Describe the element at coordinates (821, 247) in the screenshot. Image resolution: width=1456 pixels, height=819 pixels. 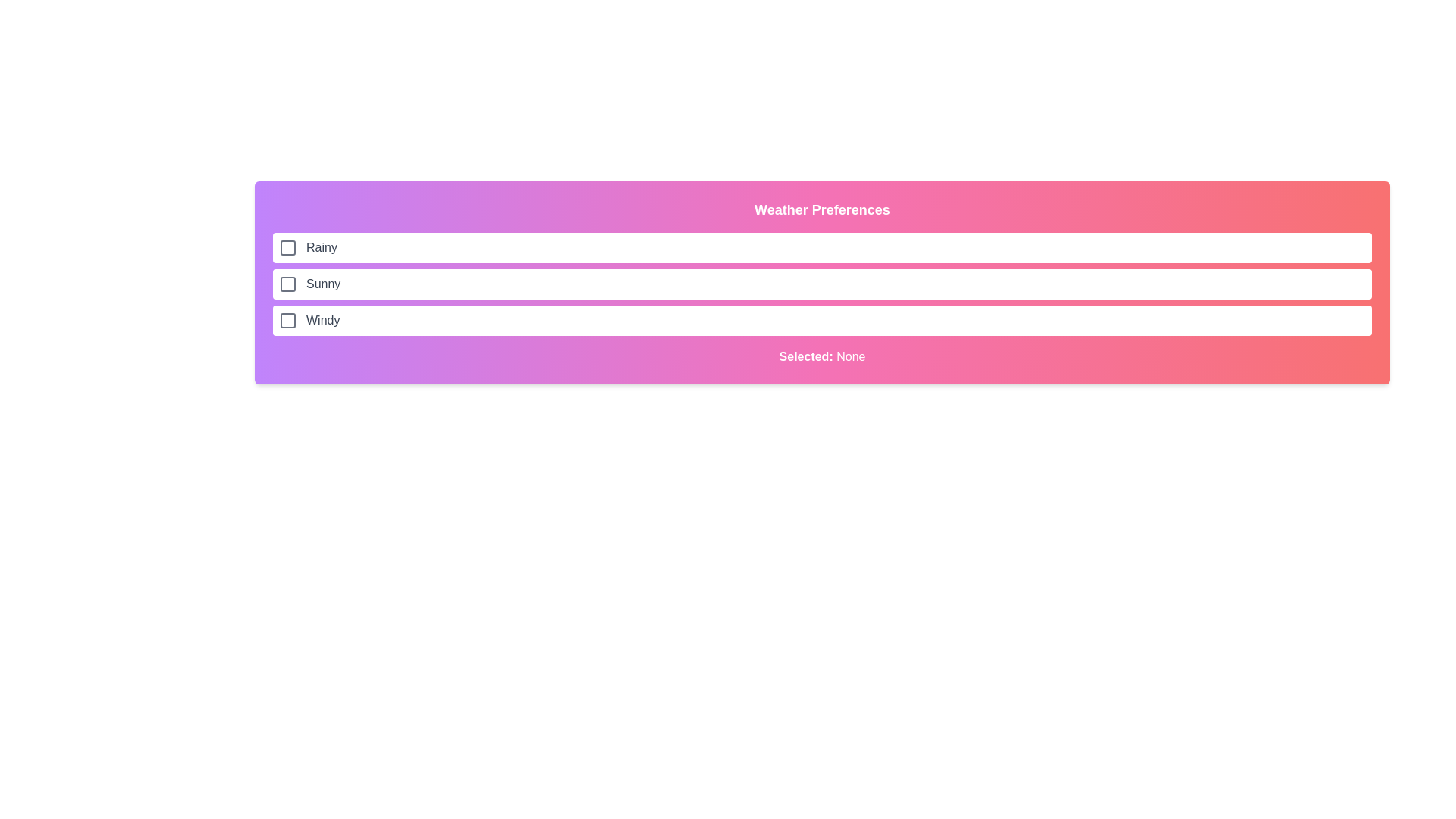
I see `the first selectable list item labeled 'Rainy' within the 'Weather Preferences' section` at that location.